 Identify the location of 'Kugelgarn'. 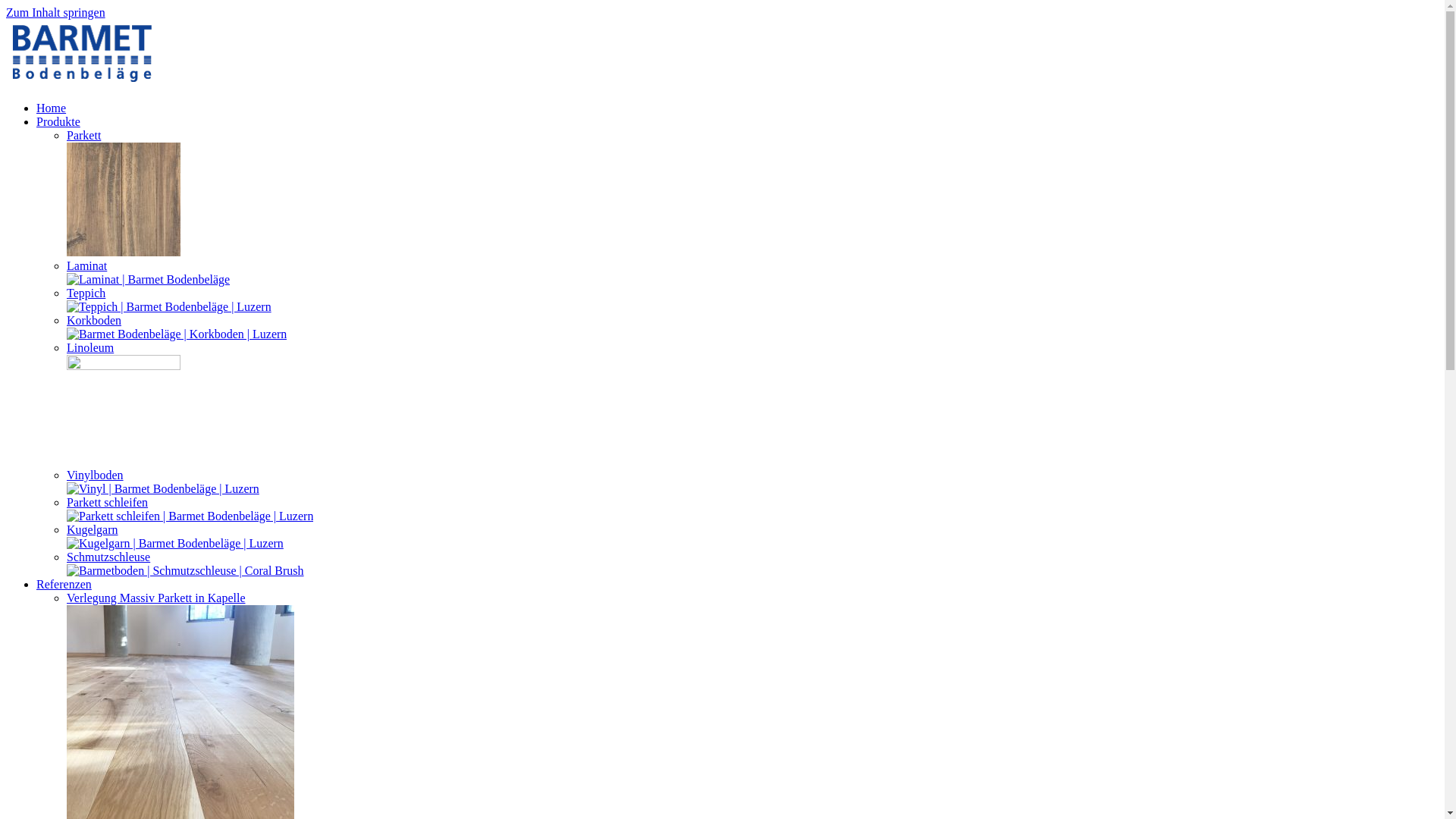
(91, 529).